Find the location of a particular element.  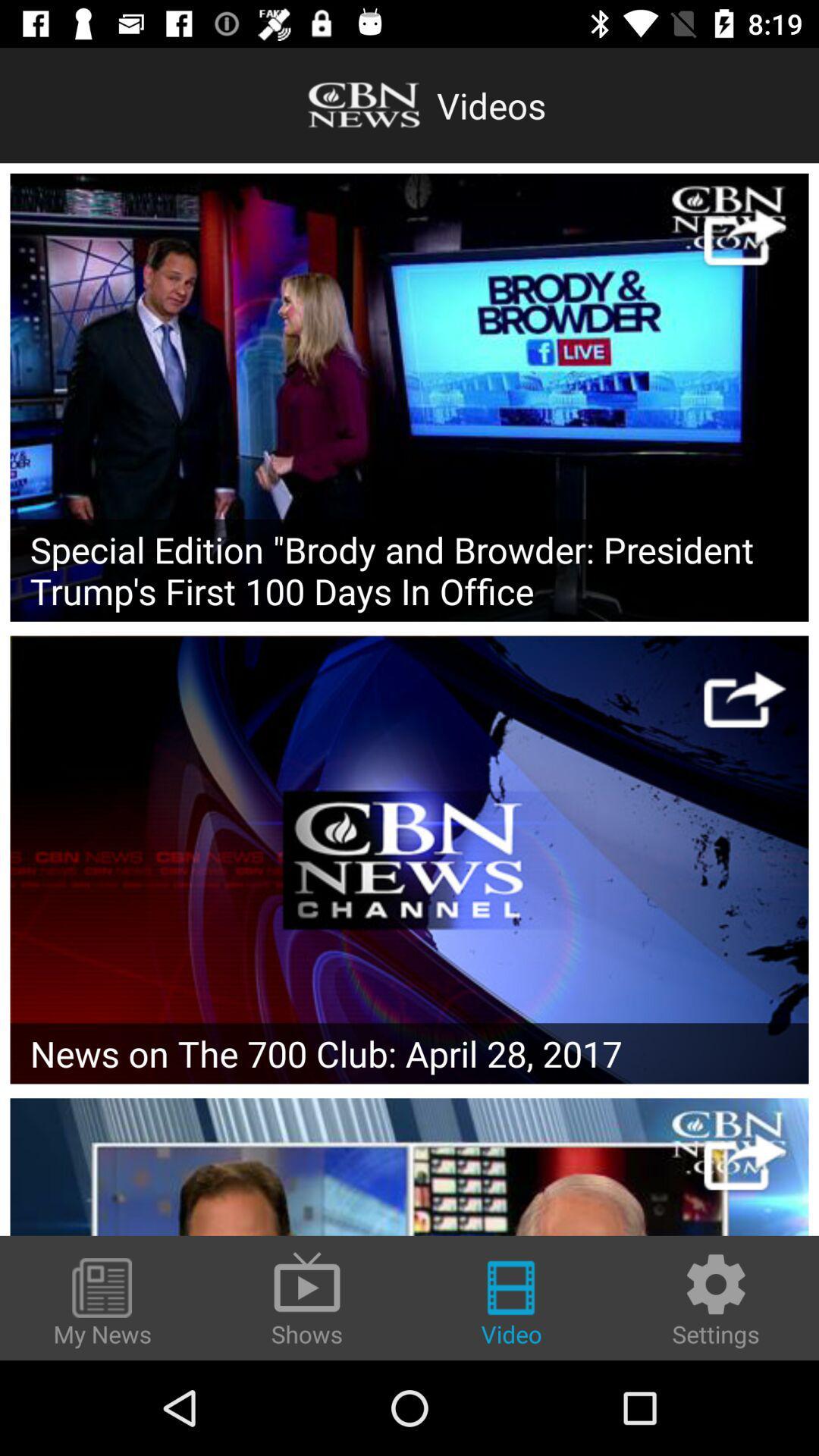

icon to the left of the shows is located at coordinates (102, 1303).